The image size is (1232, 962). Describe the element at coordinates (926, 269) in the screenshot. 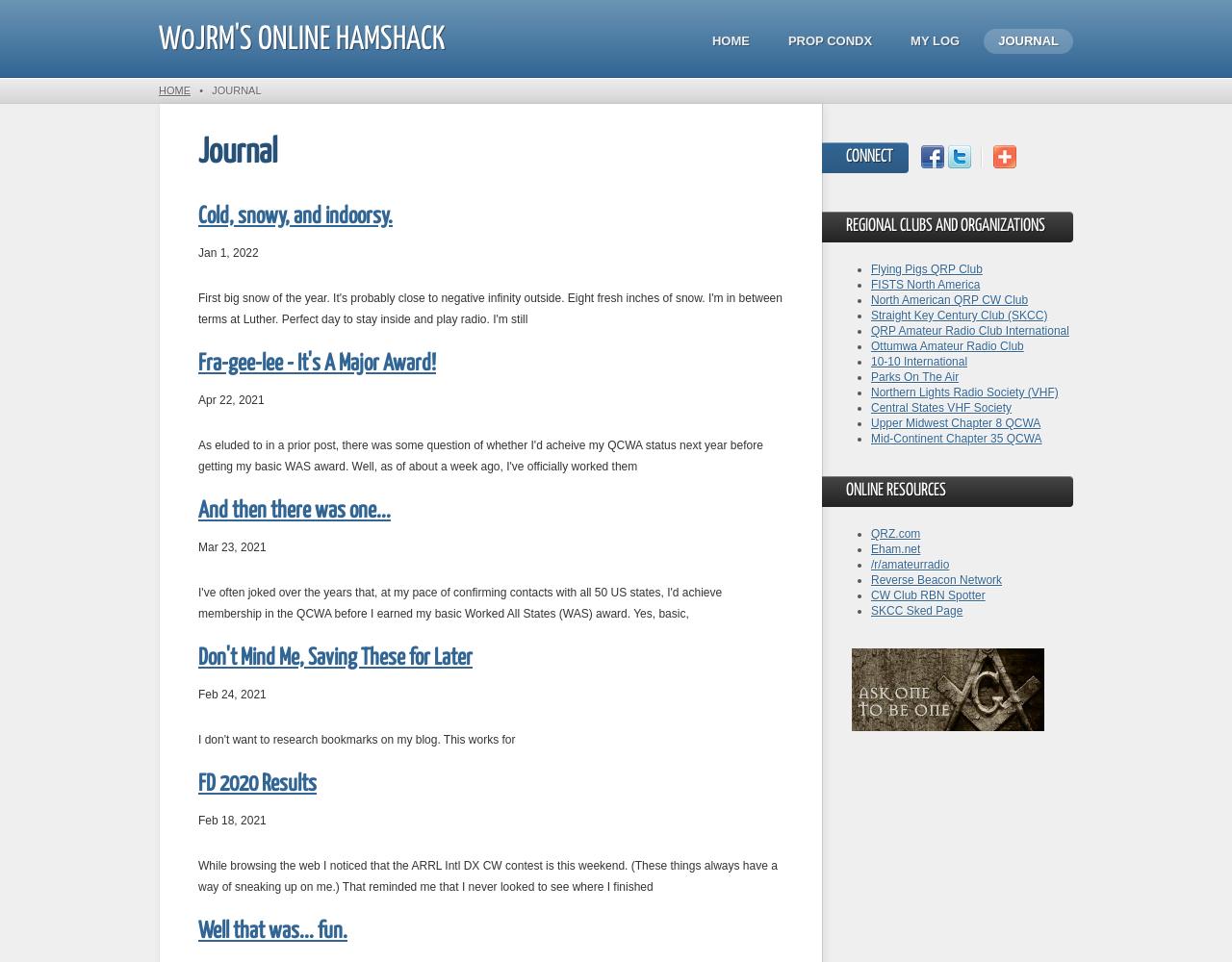

I see `'Flying Pigs QRP Club'` at that location.